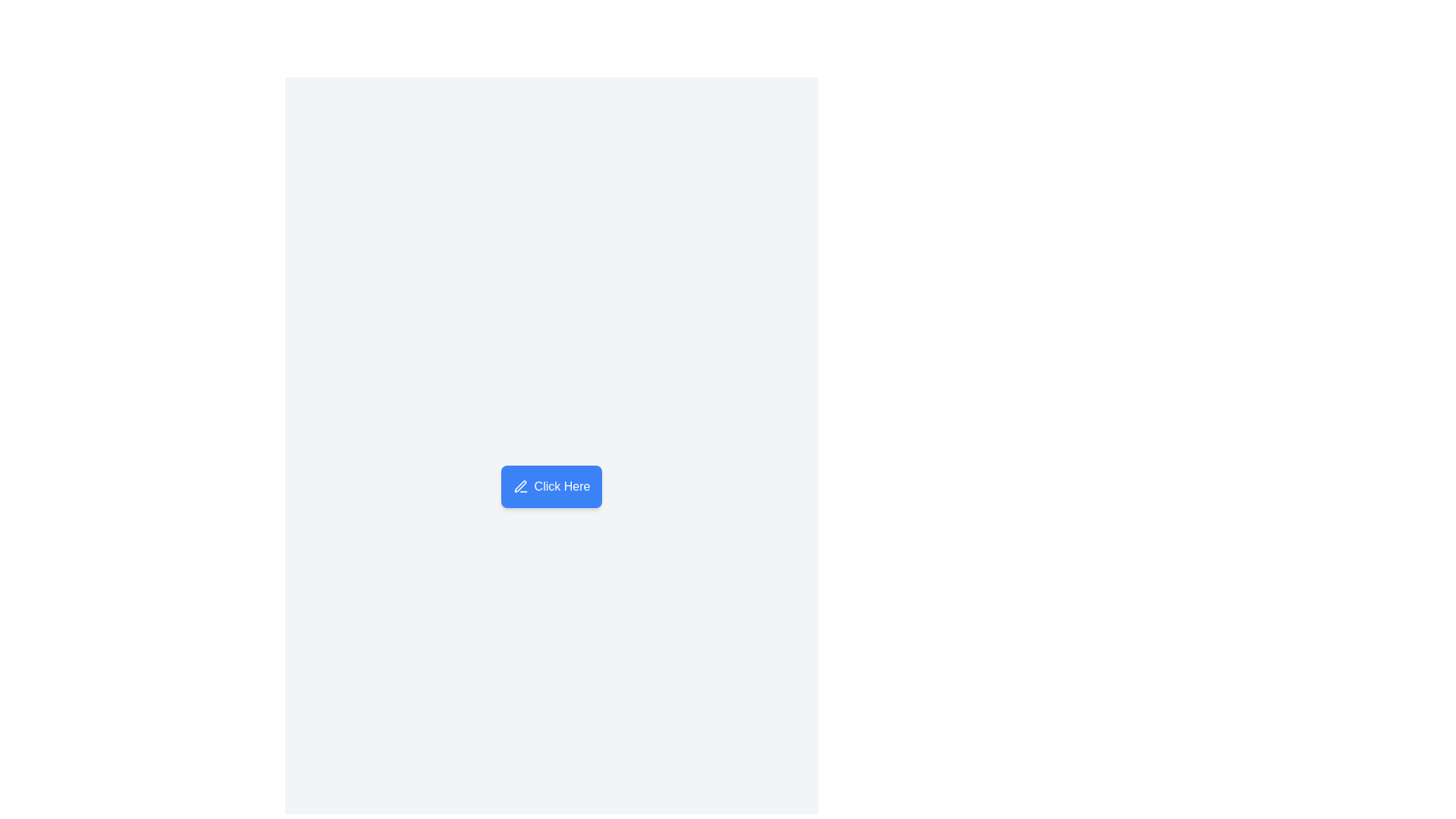 The width and height of the screenshot is (1456, 819). What do you see at coordinates (520, 486) in the screenshot?
I see `the pen icon located at the left end of the 'Click Here' button, which has a light outline and no fill` at bounding box center [520, 486].